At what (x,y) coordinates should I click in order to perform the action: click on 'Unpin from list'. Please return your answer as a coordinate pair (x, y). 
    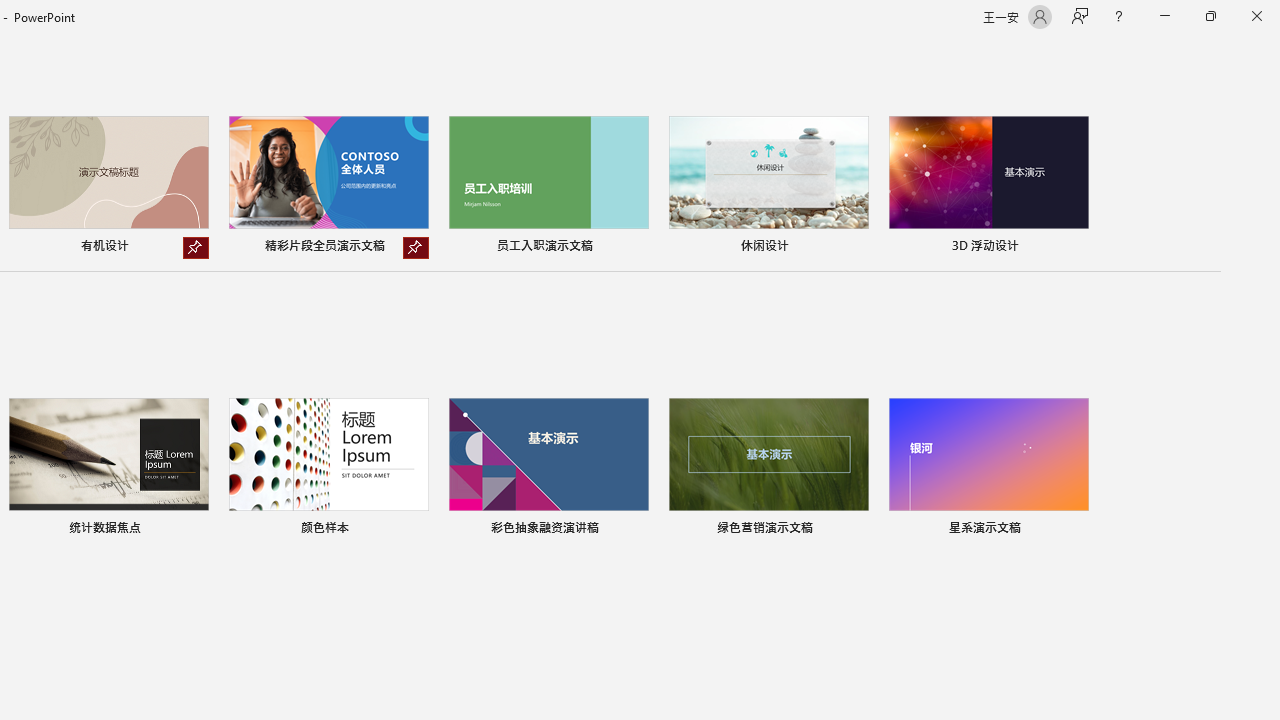
    Looking at the image, I should click on (415, 247).